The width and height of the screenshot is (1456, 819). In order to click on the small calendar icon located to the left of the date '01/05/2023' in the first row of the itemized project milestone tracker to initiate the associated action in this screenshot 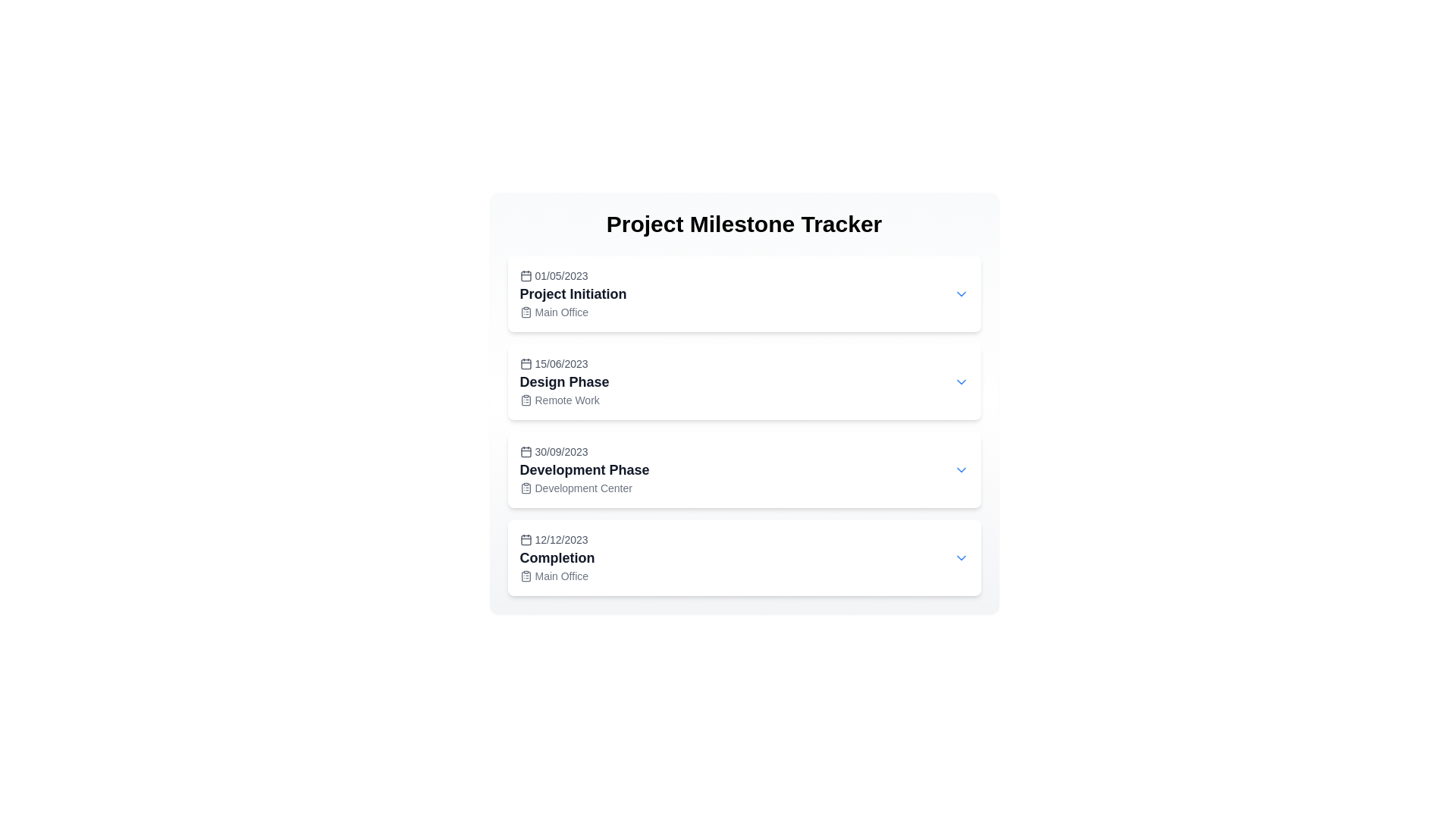, I will do `click(526, 275)`.